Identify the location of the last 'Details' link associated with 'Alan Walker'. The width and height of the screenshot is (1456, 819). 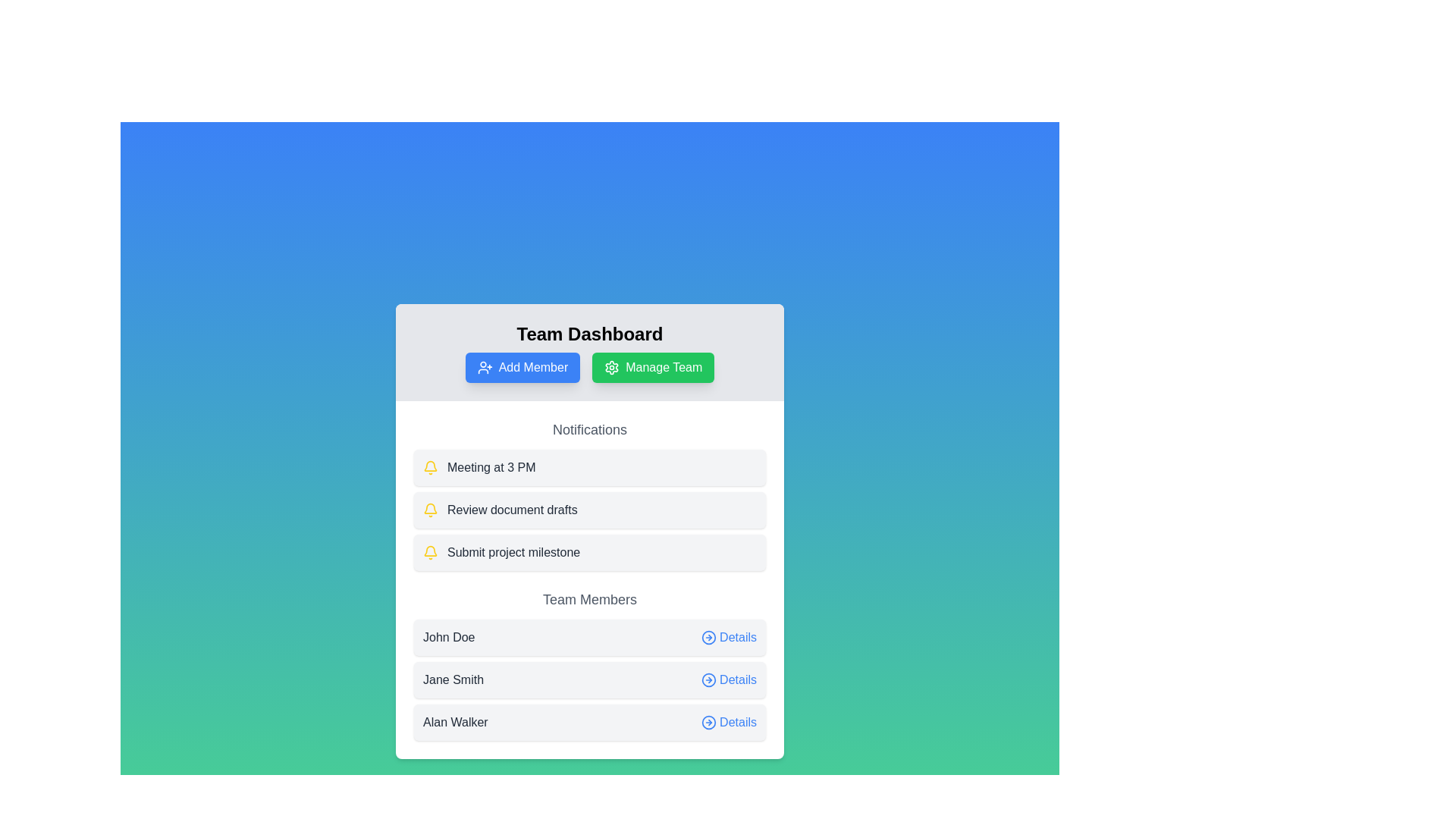
(729, 721).